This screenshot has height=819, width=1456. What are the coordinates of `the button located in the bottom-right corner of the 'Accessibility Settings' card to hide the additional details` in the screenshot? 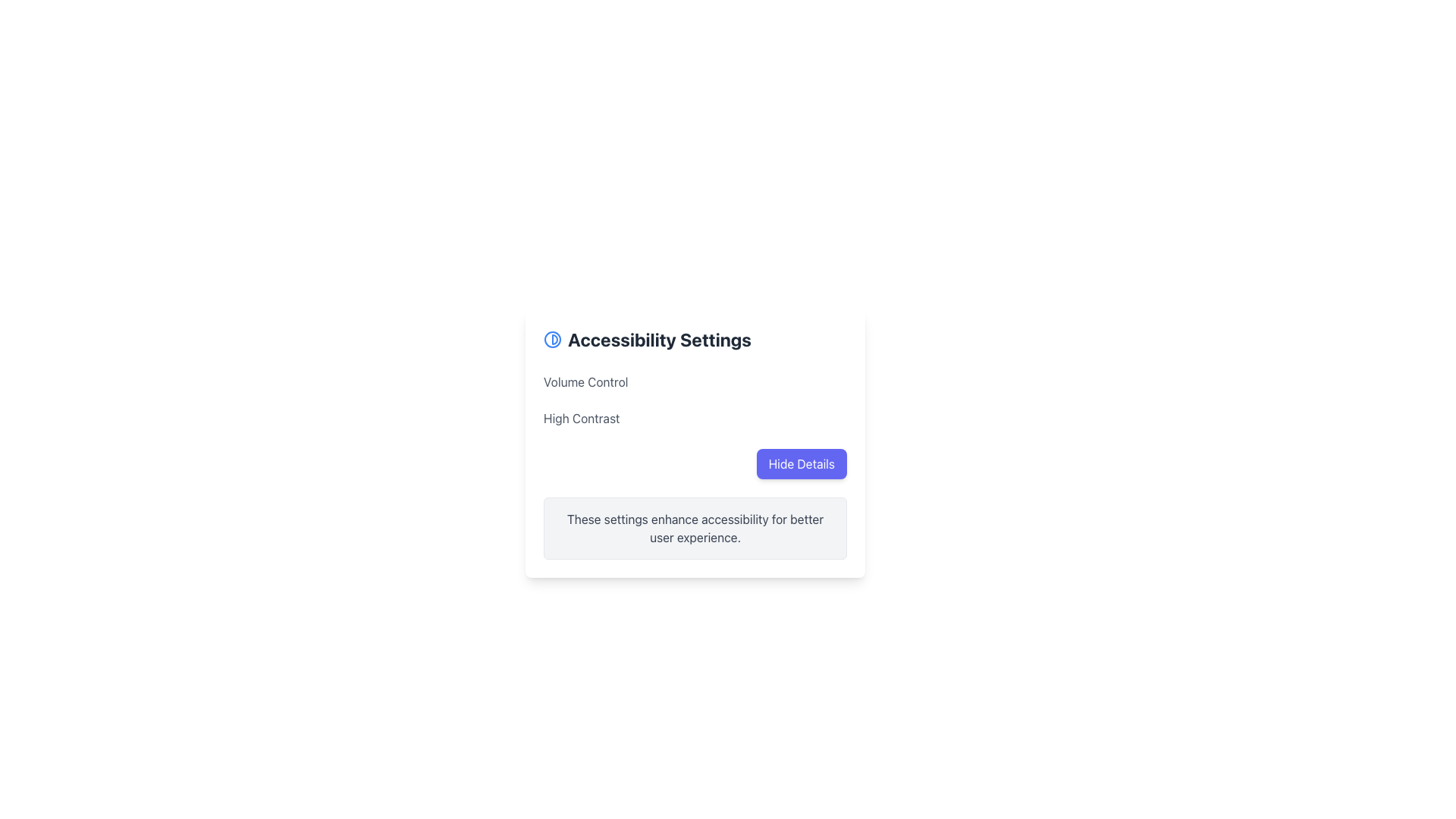 It's located at (801, 463).